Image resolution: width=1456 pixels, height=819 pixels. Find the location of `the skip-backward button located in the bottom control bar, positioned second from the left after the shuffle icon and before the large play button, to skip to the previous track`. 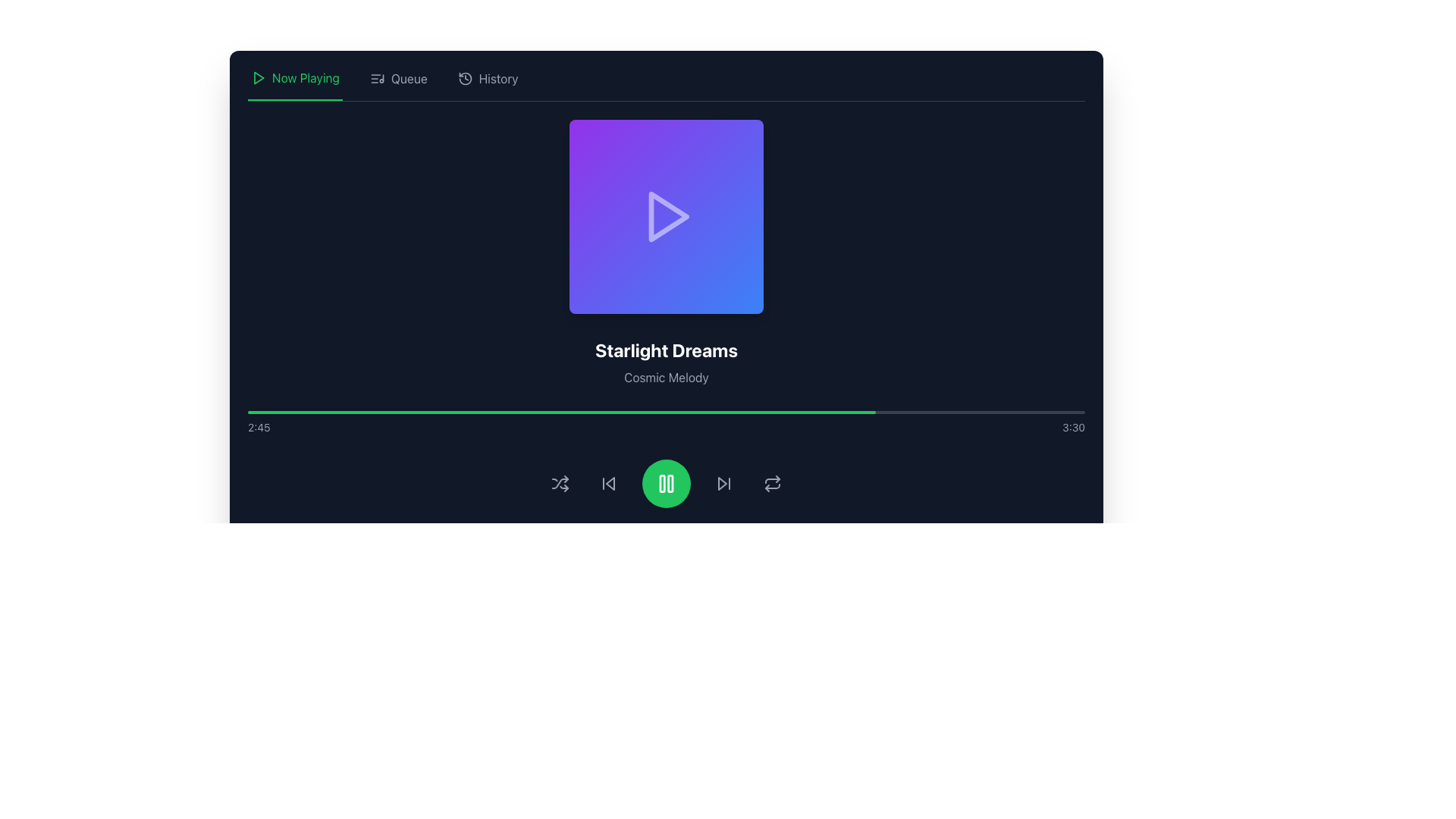

the skip-backward button located in the bottom control bar, positioned second from the left after the shuffle icon and before the large play button, to skip to the previous track is located at coordinates (608, 483).